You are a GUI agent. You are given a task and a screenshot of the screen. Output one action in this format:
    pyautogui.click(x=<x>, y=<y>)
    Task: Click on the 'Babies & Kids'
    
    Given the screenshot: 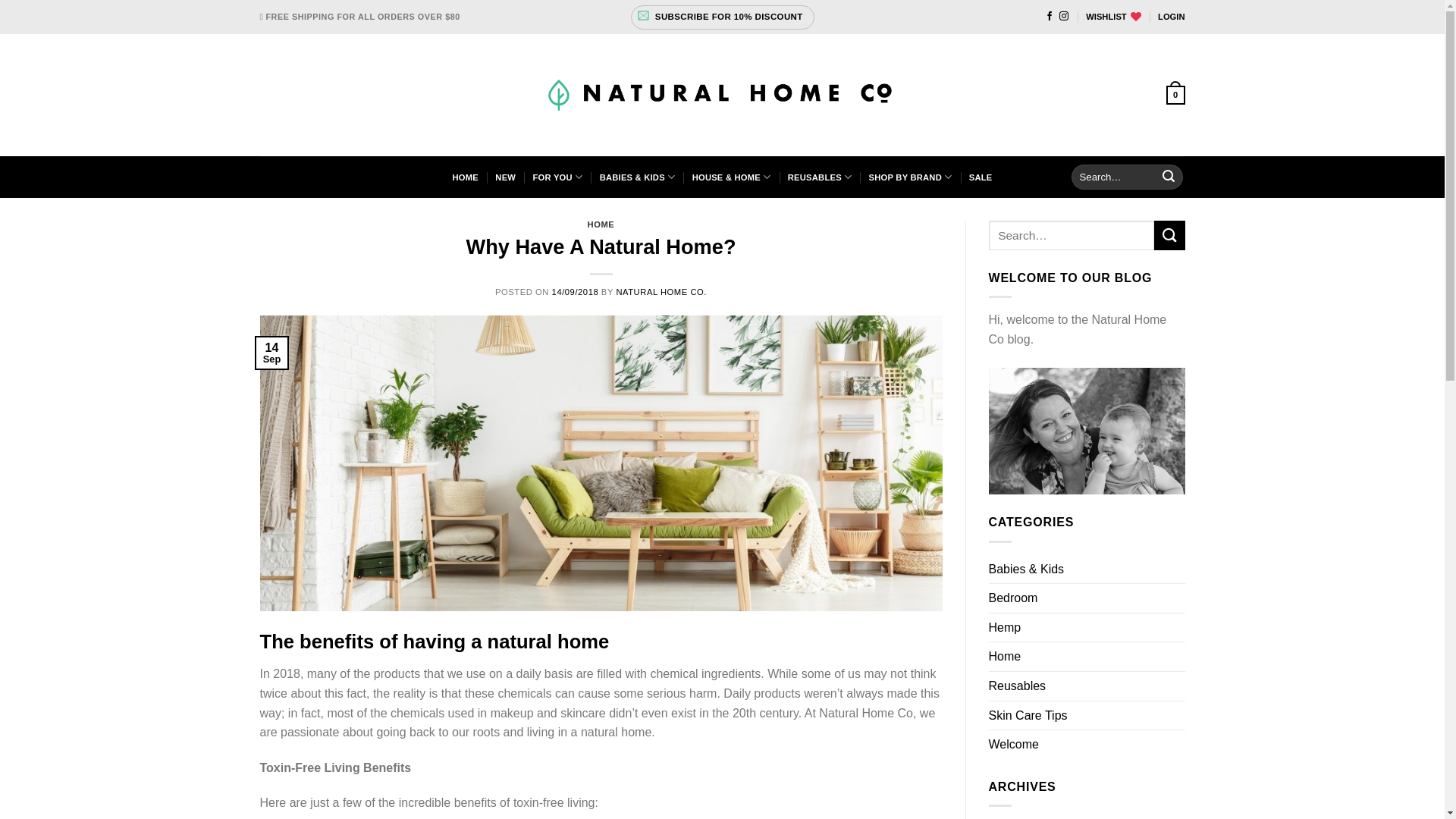 What is the action you would take?
    pyautogui.click(x=1026, y=570)
    